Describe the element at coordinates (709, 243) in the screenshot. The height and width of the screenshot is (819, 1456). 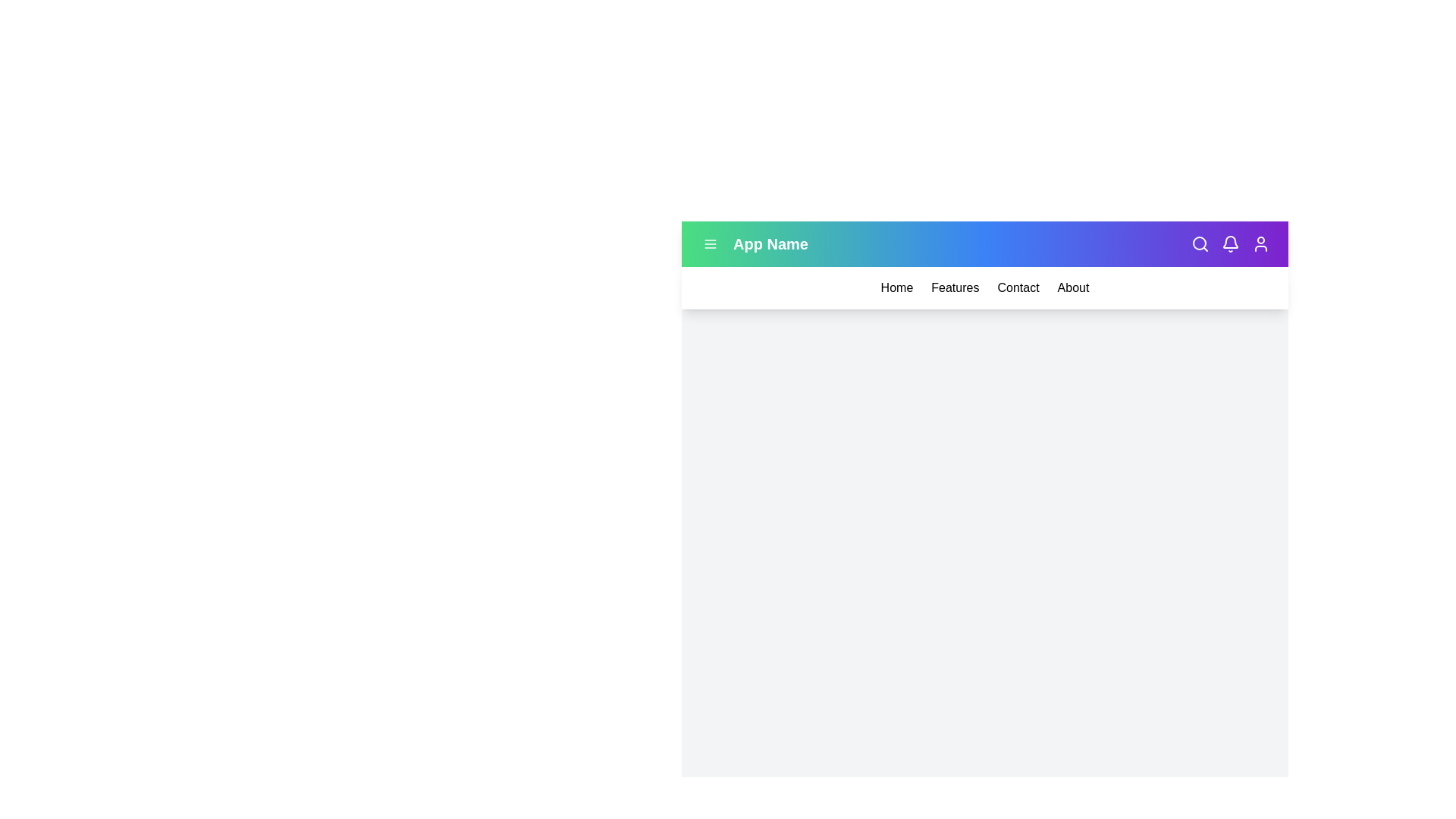
I see `the menu icon to toggle the sidebar` at that location.